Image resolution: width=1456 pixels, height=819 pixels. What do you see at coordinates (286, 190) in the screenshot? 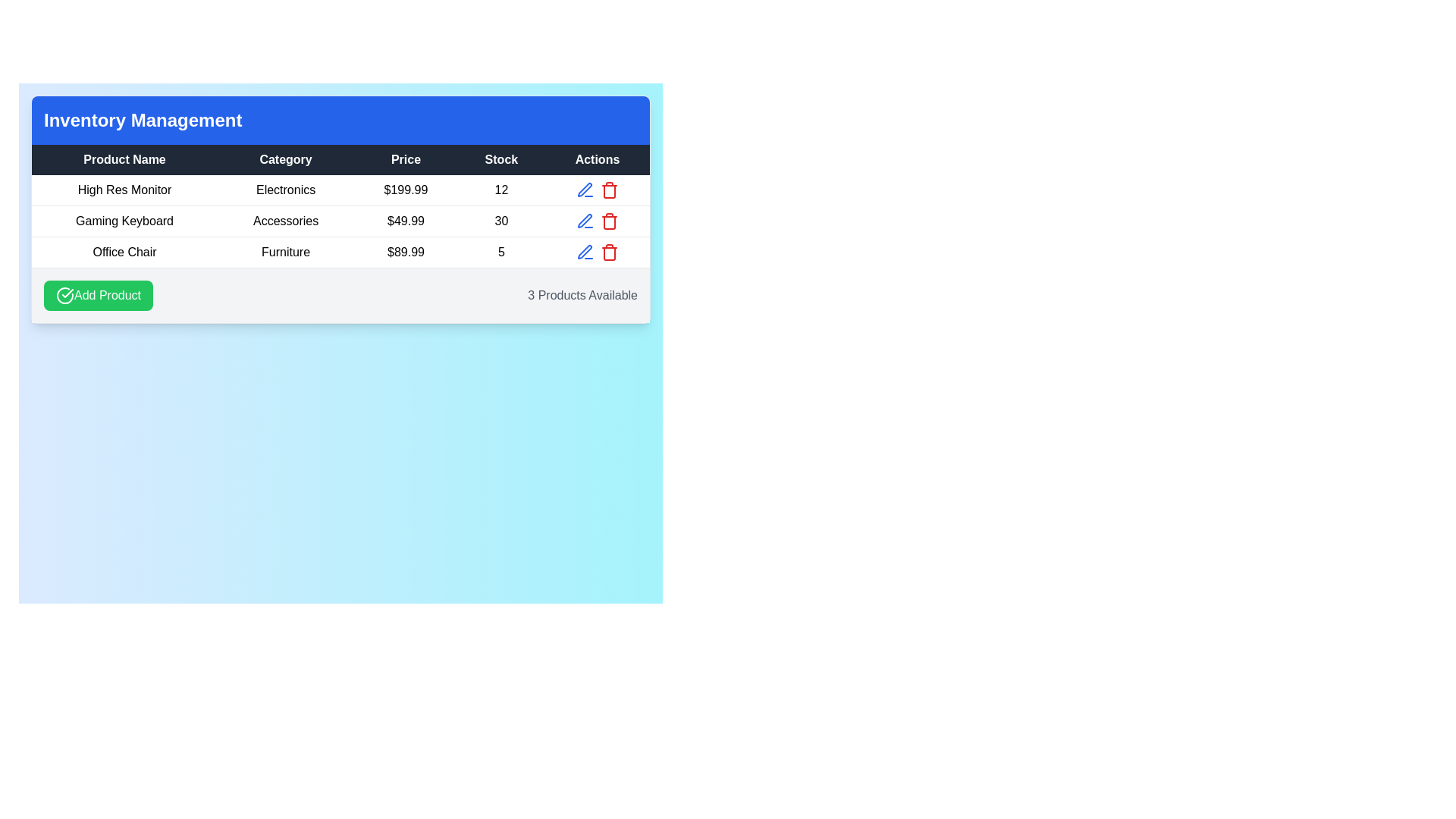
I see `the 'Category' label for 'High Res Monitor' located in the second column of the table` at bounding box center [286, 190].